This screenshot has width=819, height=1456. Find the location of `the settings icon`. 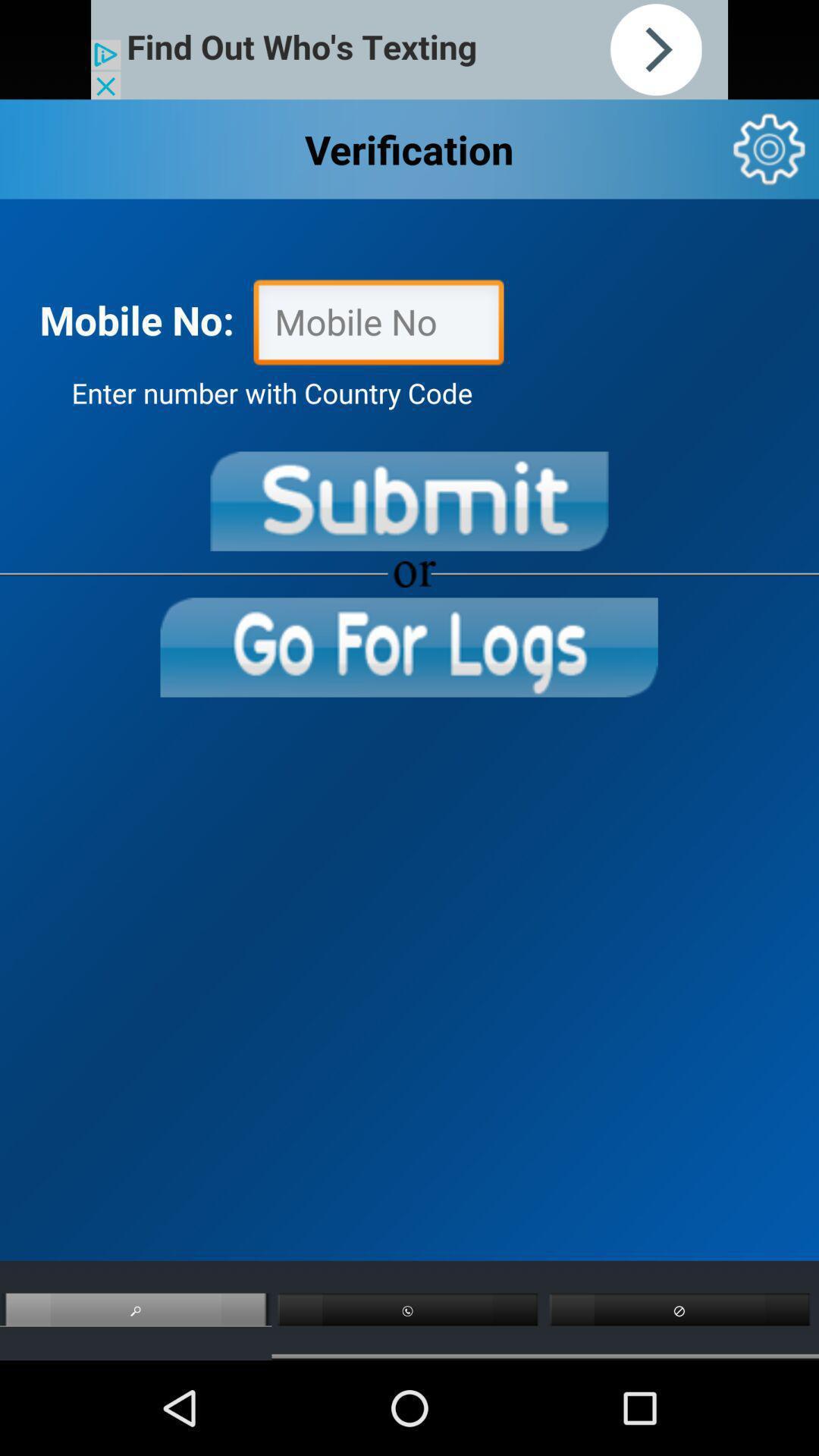

the settings icon is located at coordinates (769, 159).